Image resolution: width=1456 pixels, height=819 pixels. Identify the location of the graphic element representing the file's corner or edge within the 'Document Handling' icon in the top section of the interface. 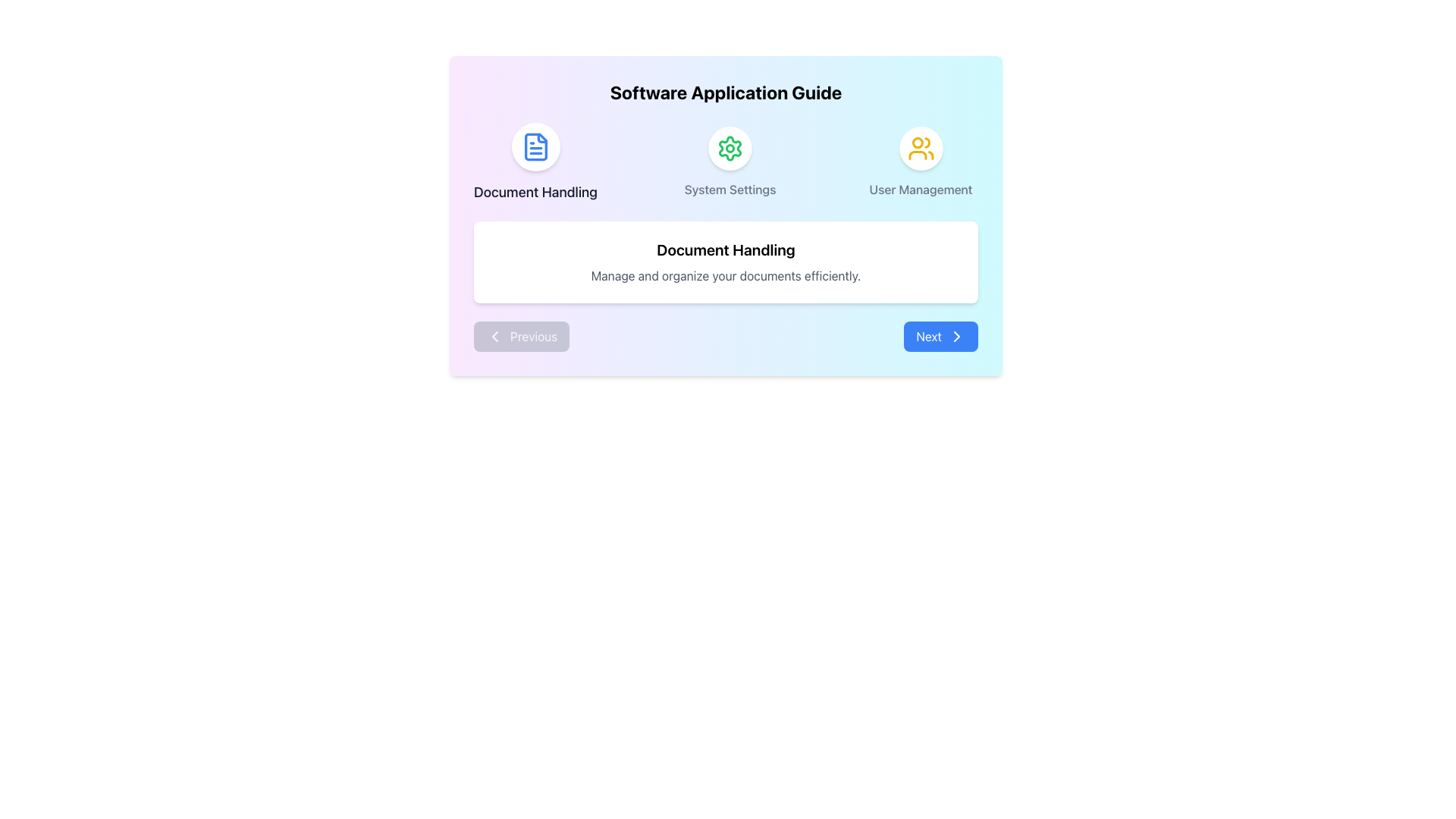
(535, 146).